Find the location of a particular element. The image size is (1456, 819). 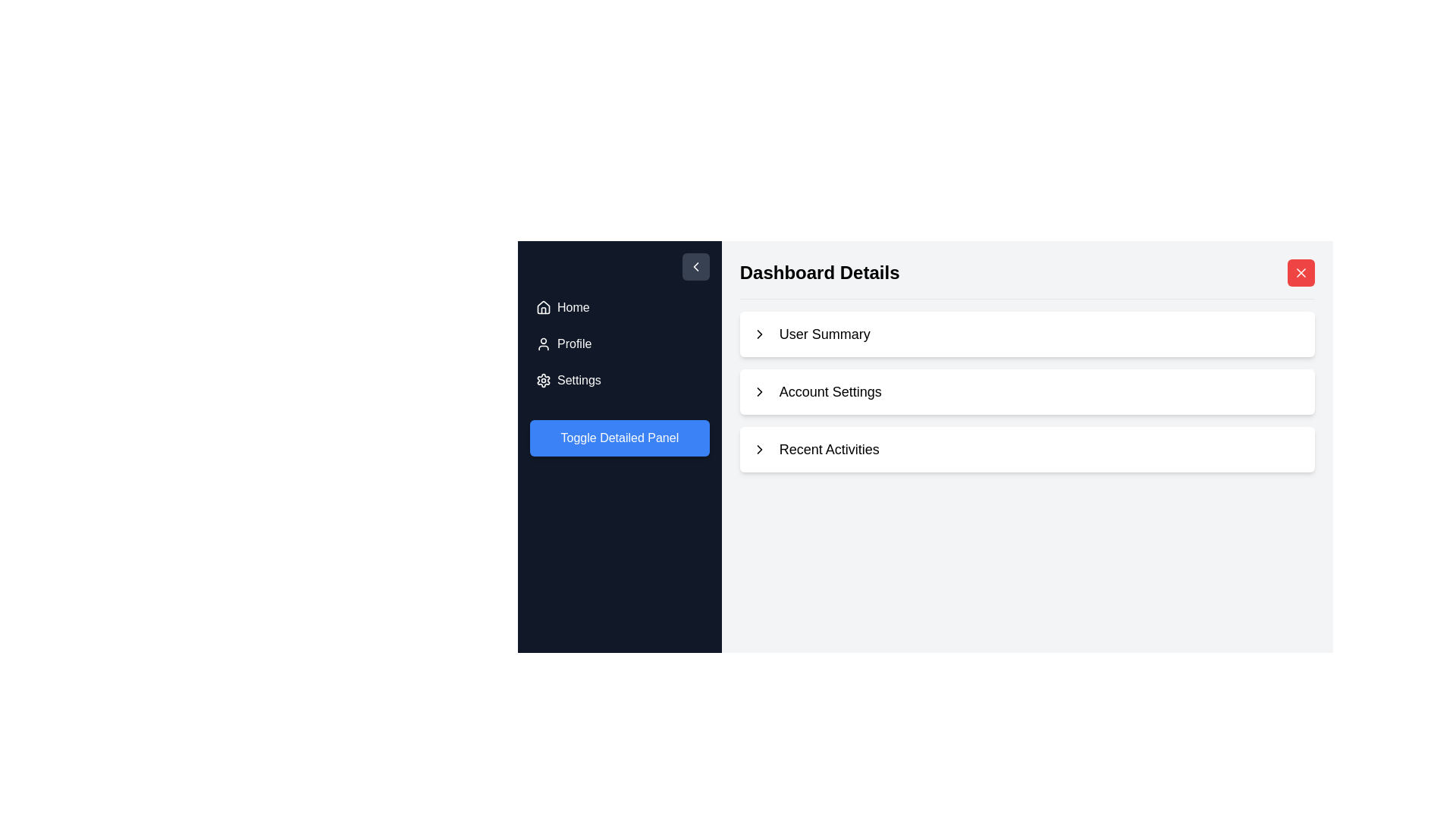

the 'Home' label in the vertical navigation sidebar, which serves as a redirect to the main page is located at coordinates (573, 307).